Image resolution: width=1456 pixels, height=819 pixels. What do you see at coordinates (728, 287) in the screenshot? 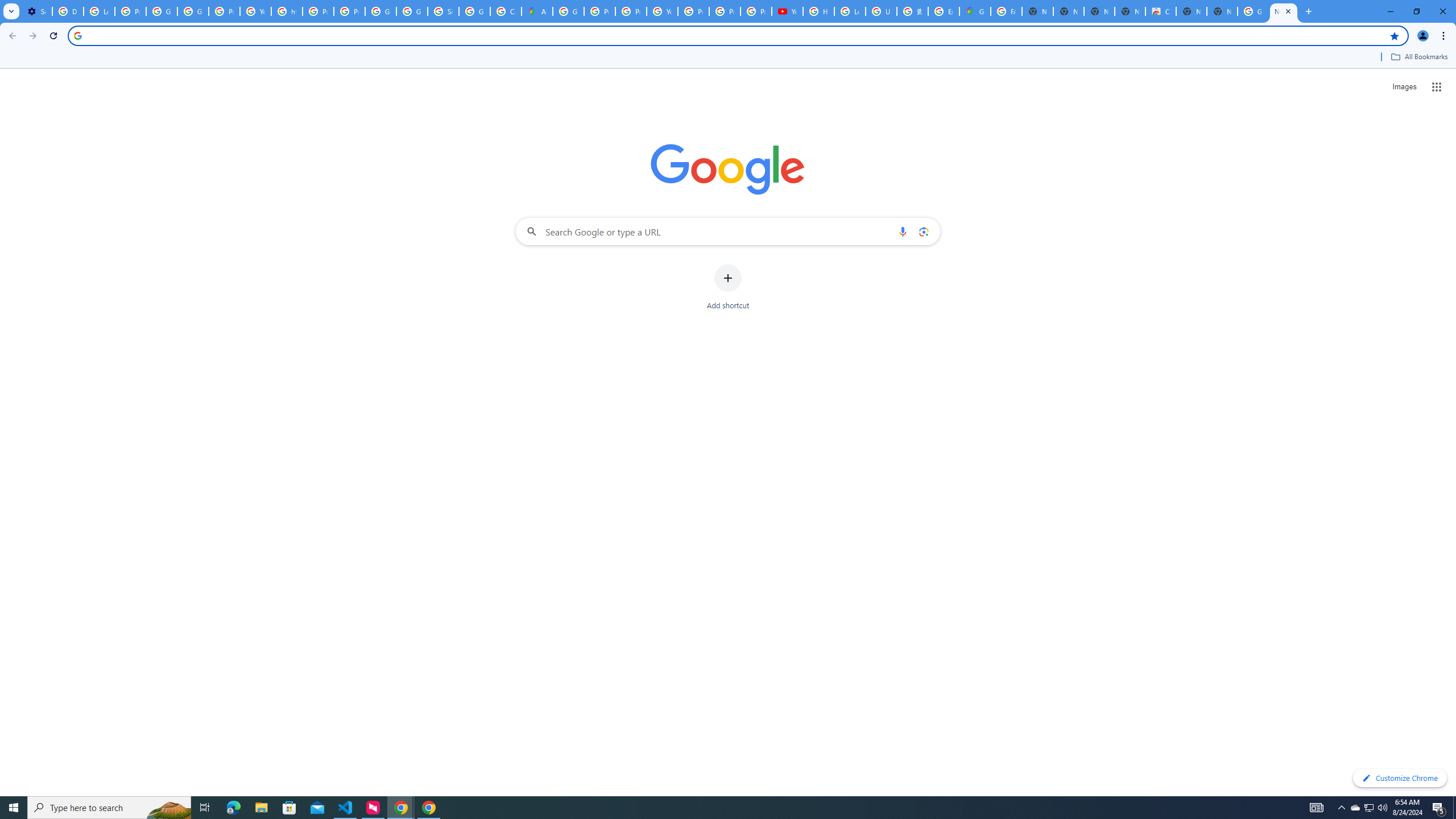
I see `'Add shortcut'` at bounding box center [728, 287].